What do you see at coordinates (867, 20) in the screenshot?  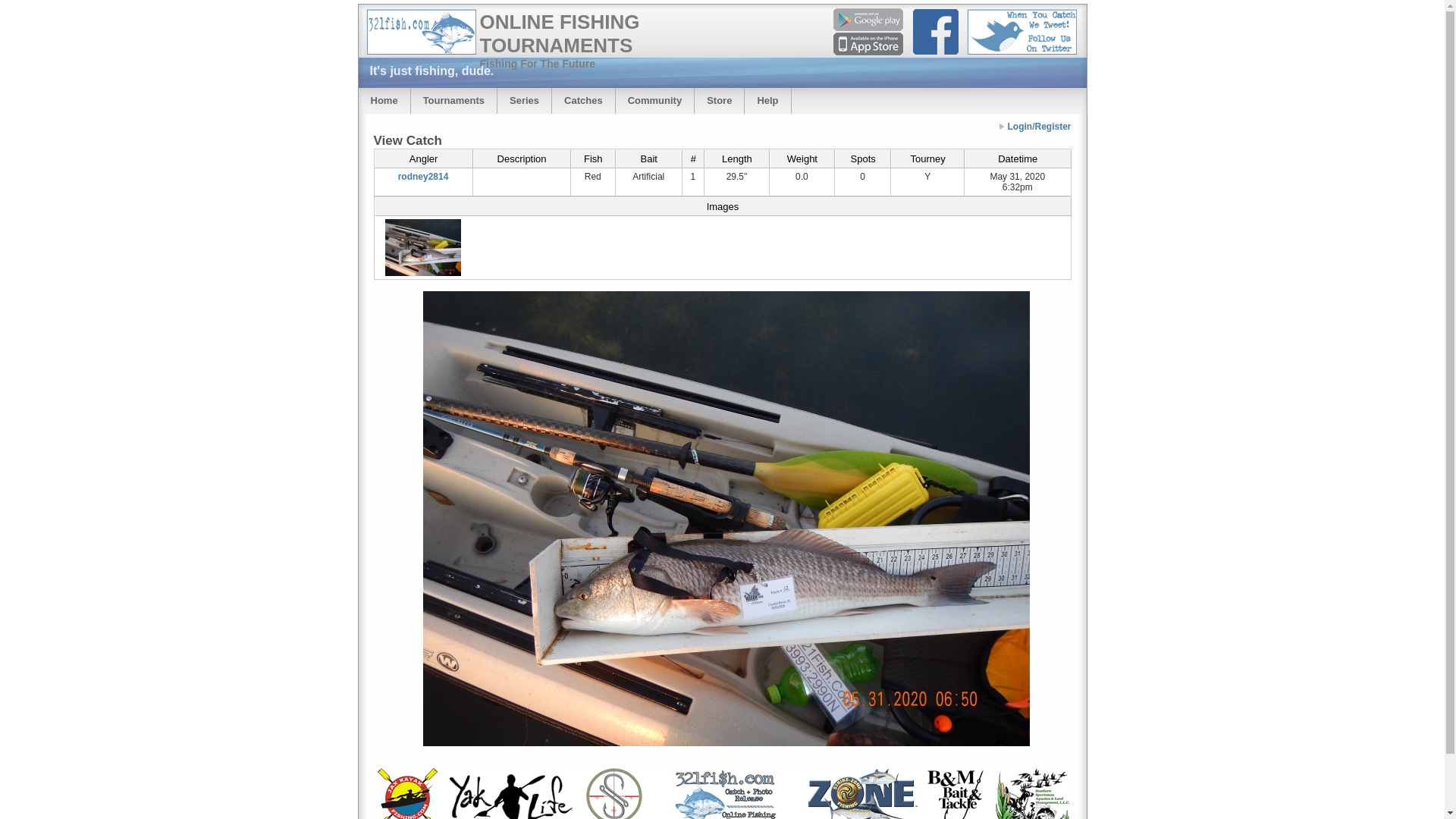 I see `'App at Google PlayStore'` at bounding box center [867, 20].